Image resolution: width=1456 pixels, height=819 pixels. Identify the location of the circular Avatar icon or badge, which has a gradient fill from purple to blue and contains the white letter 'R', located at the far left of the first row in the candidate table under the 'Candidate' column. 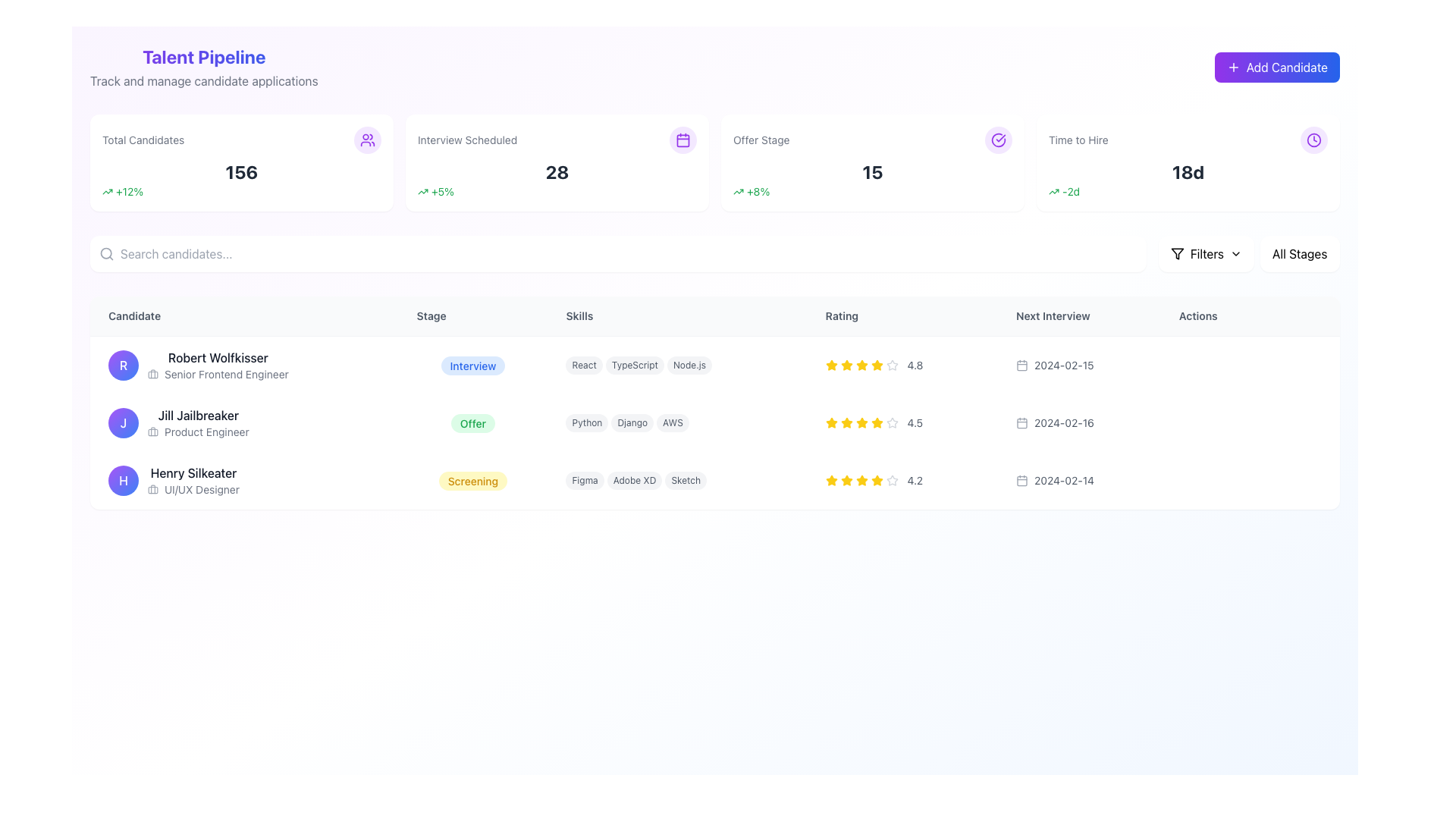
(124, 366).